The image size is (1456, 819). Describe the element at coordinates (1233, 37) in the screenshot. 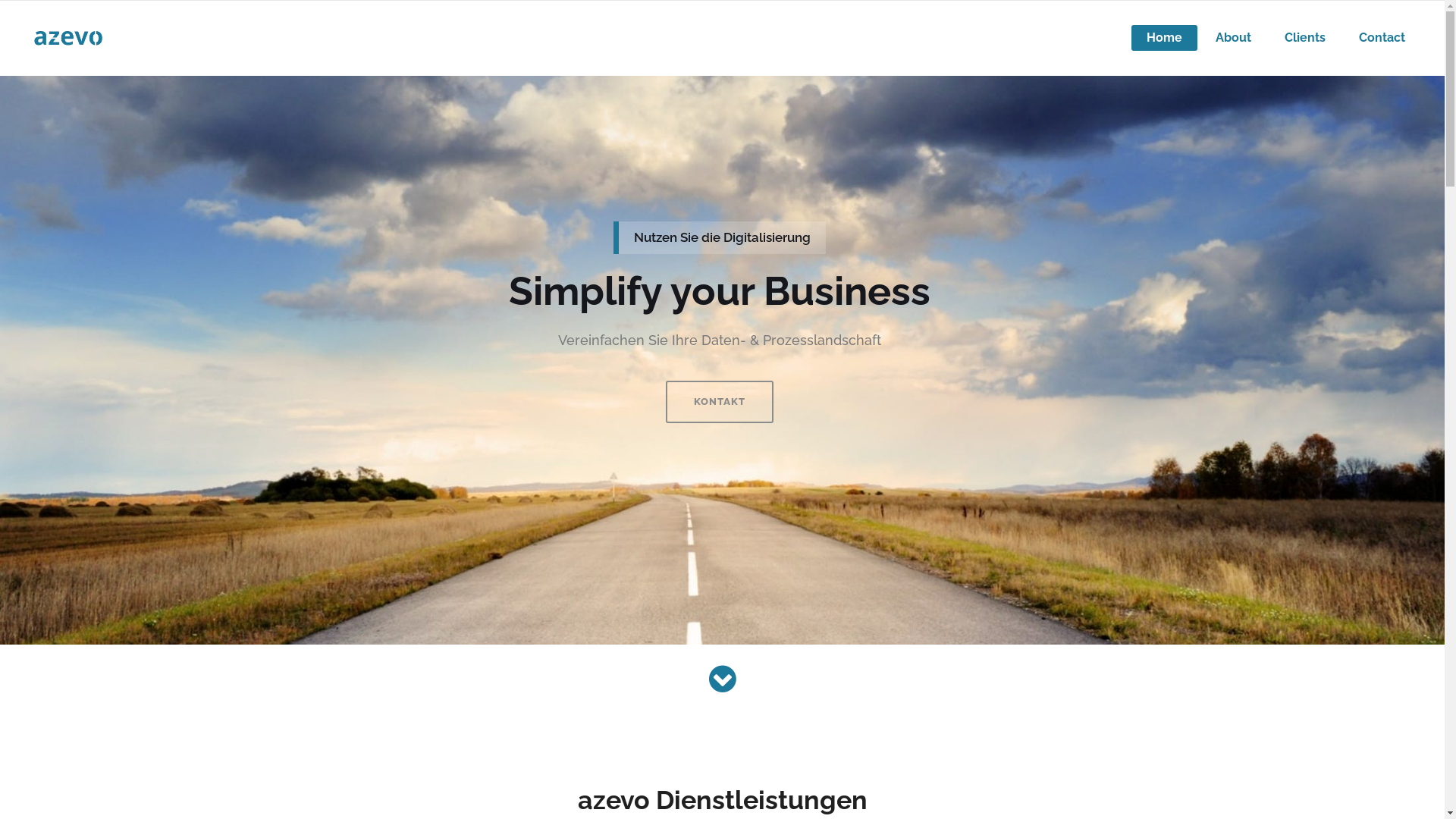

I see `'About'` at that location.